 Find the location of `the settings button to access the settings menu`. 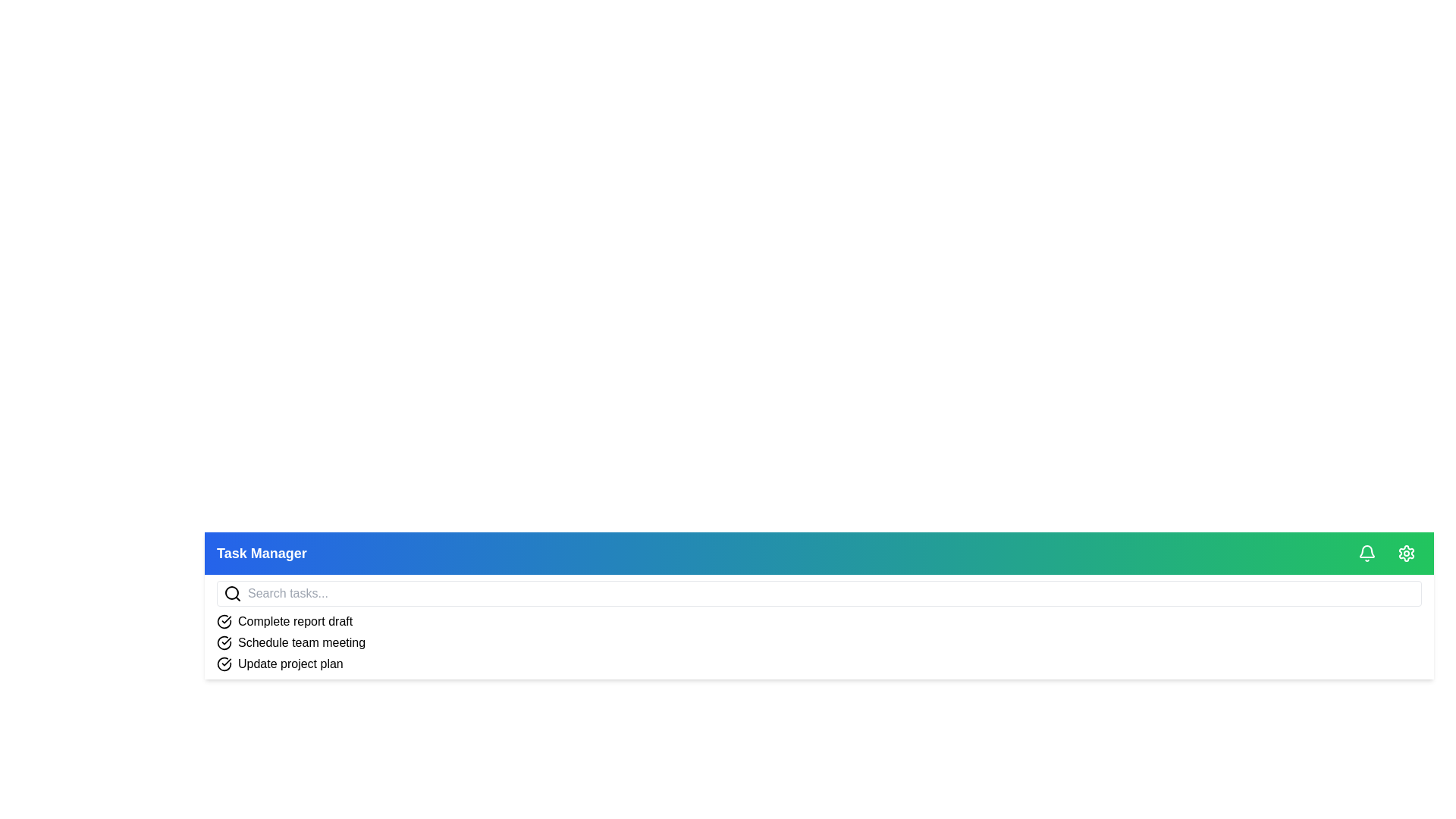

the settings button to access the settings menu is located at coordinates (1405, 553).